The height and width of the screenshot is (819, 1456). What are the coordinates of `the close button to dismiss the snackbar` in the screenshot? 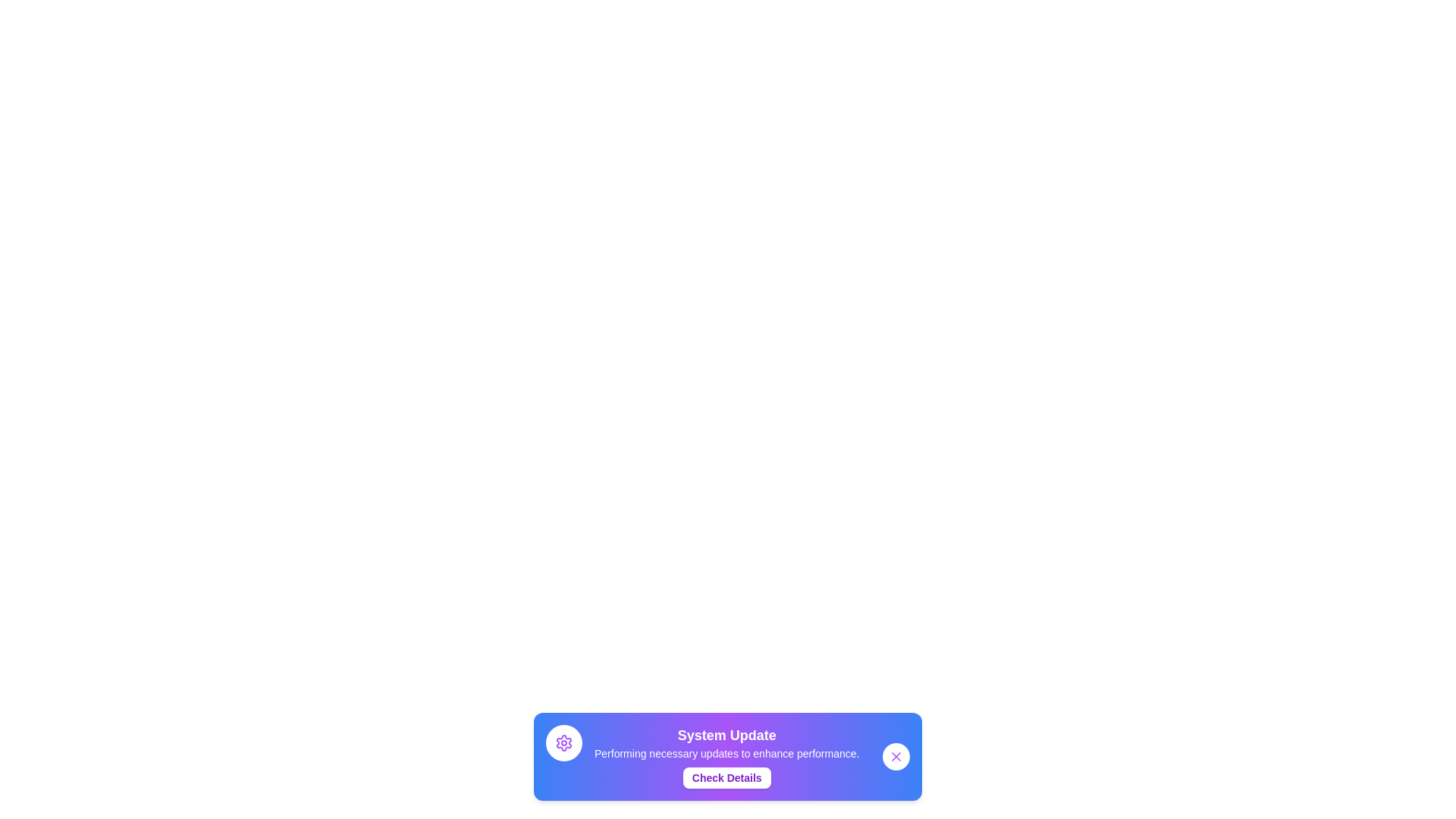 It's located at (896, 757).